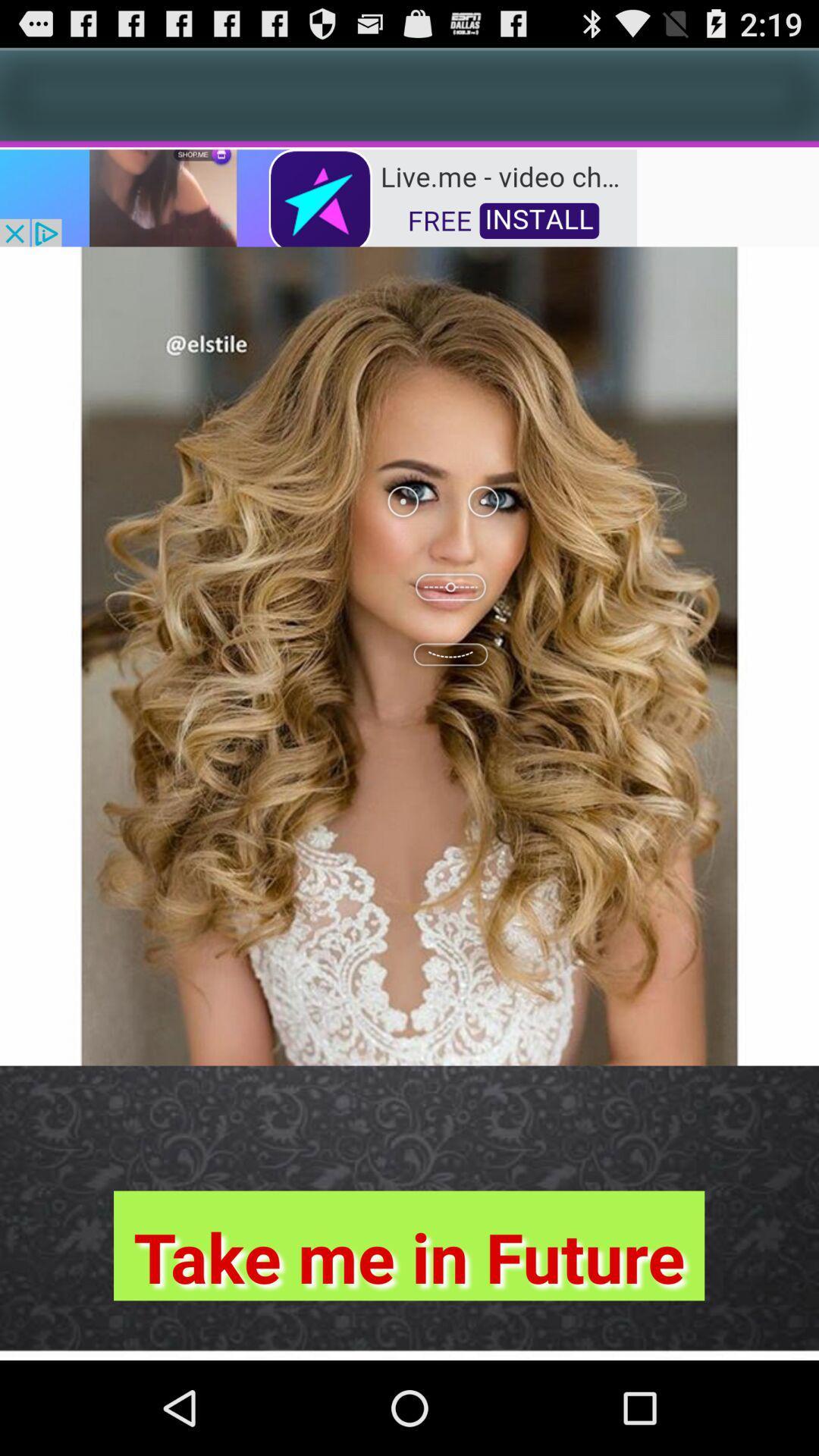  Describe the element at coordinates (318, 196) in the screenshot. I see `advertisement` at that location.